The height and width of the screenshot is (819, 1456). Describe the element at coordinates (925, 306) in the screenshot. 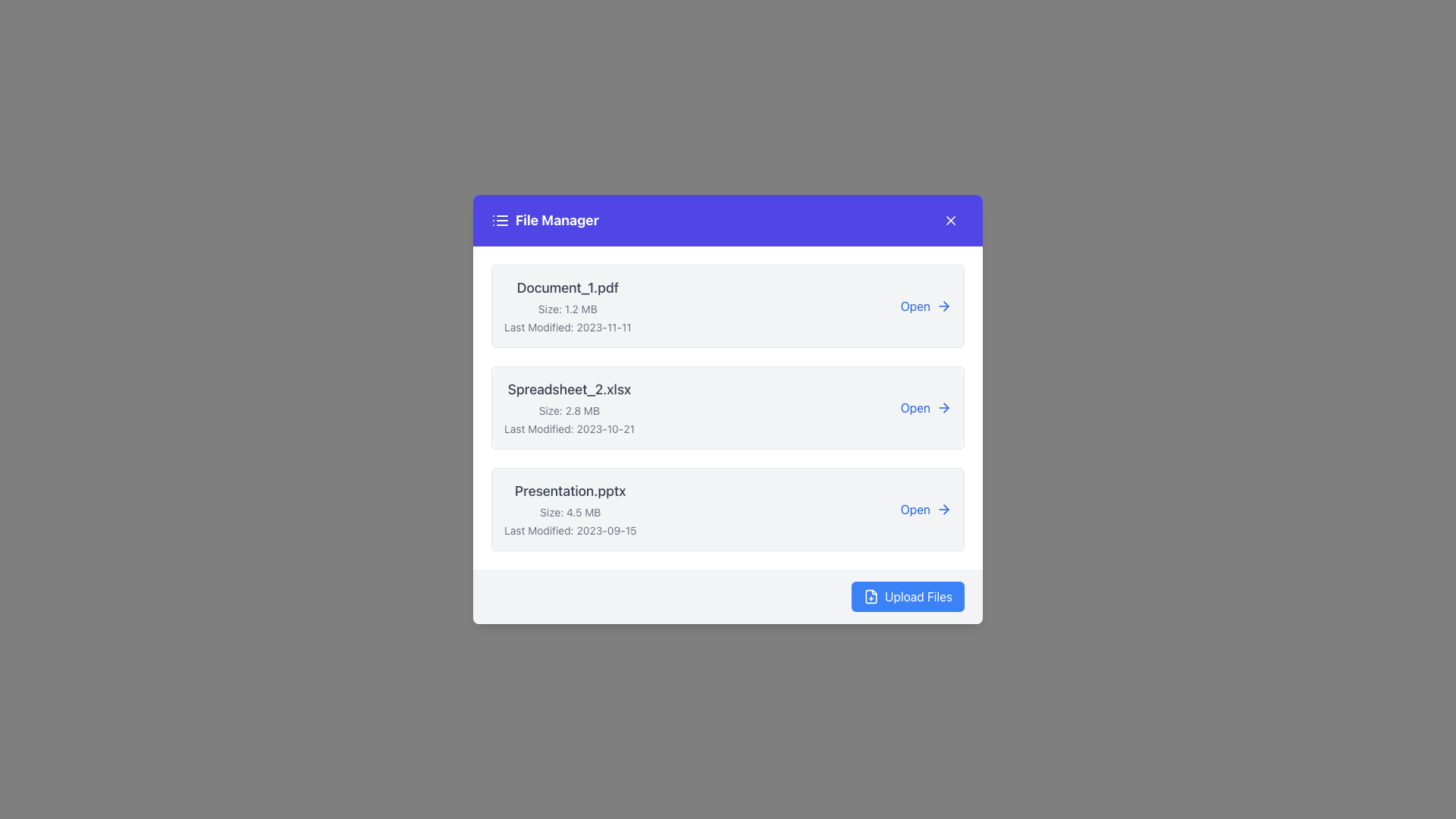

I see `the 'Open' text link styled in blue, located next to the arrow icon in the first file entry for visual feedback` at that location.